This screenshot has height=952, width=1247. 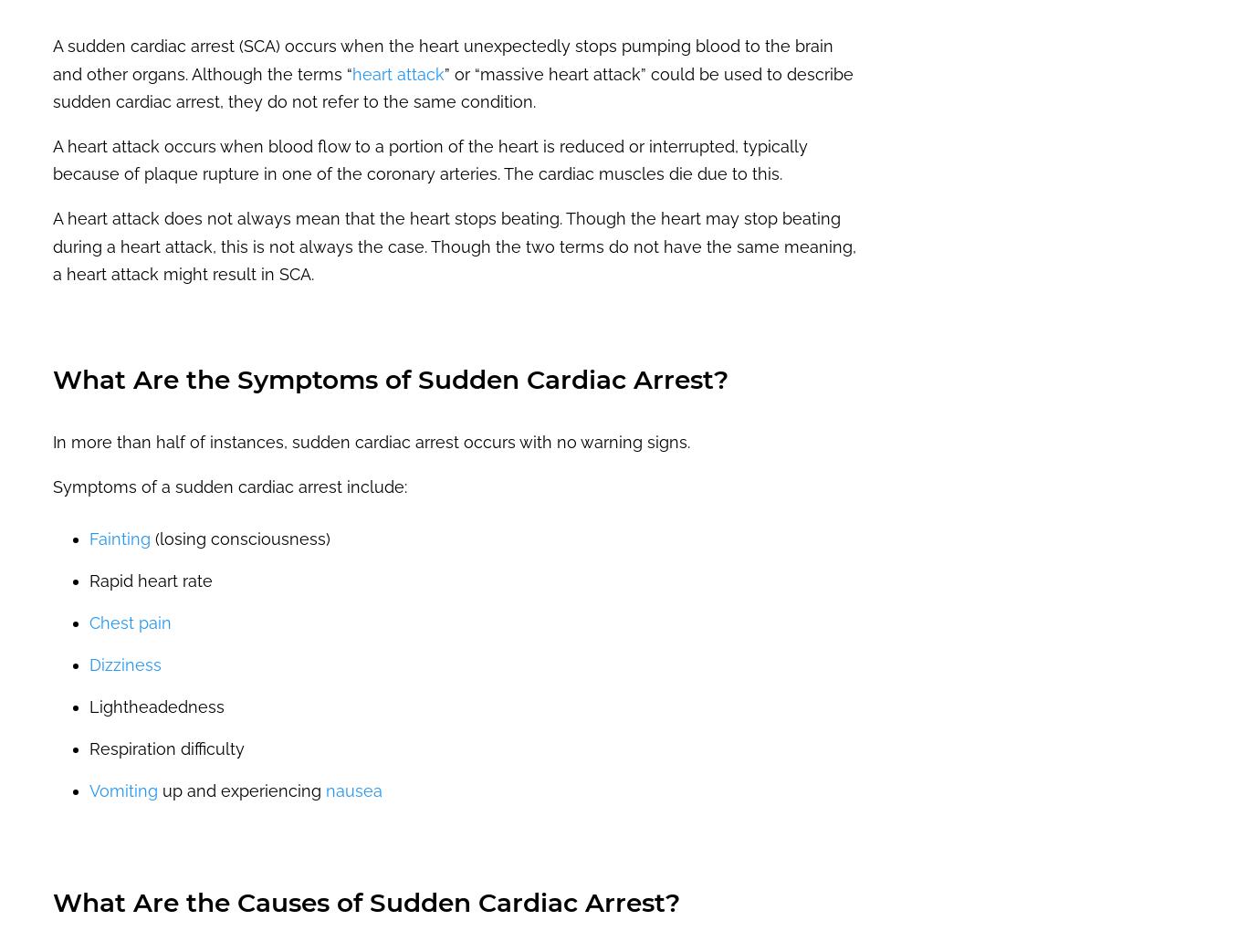 I want to click on 'Rapid heart rate', so click(x=89, y=579).